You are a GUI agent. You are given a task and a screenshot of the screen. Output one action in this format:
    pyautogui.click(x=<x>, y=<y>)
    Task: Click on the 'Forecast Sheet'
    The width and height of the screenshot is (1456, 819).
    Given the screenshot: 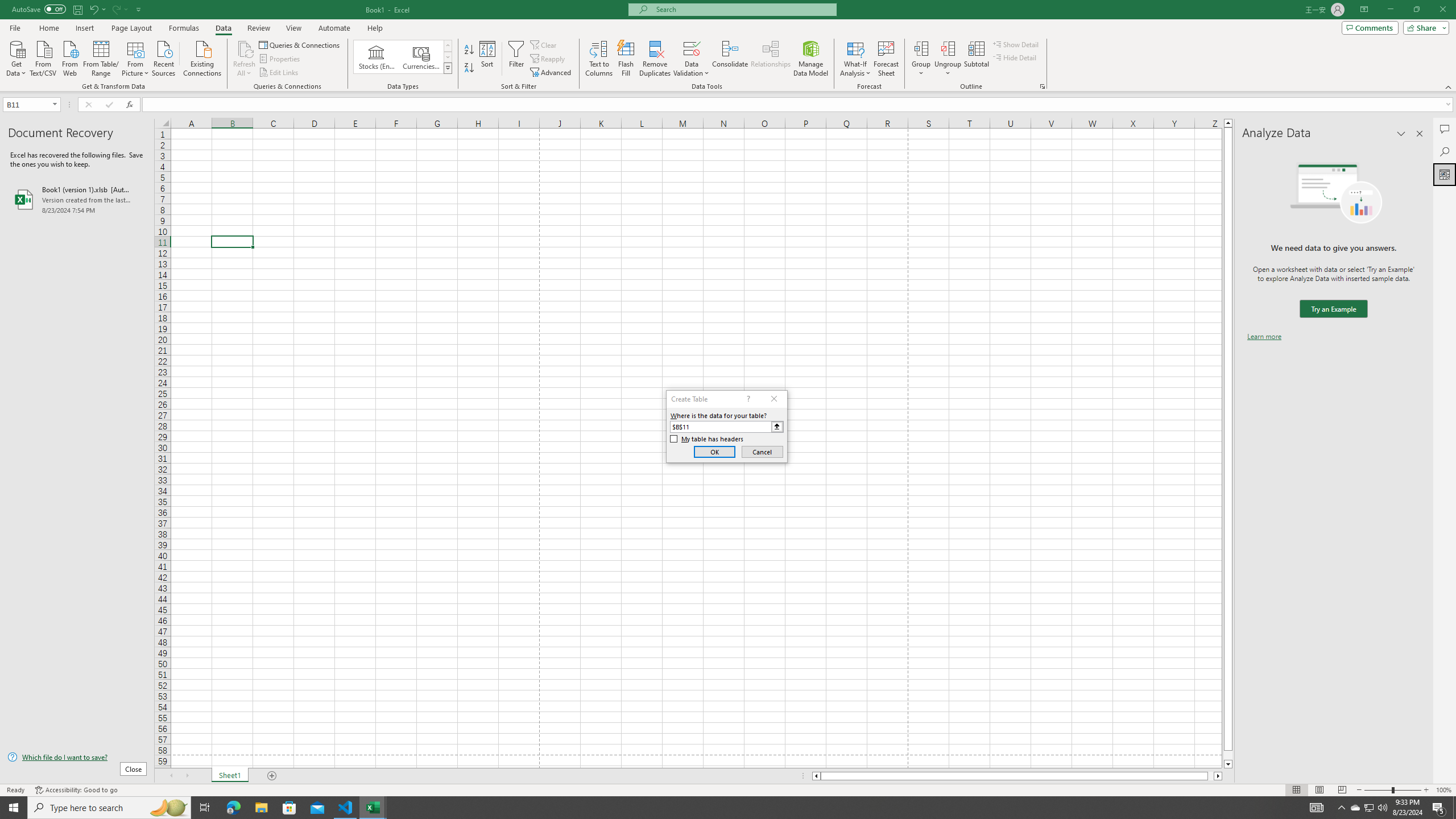 What is the action you would take?
    pyautogui.click(x=886, y=59)
    